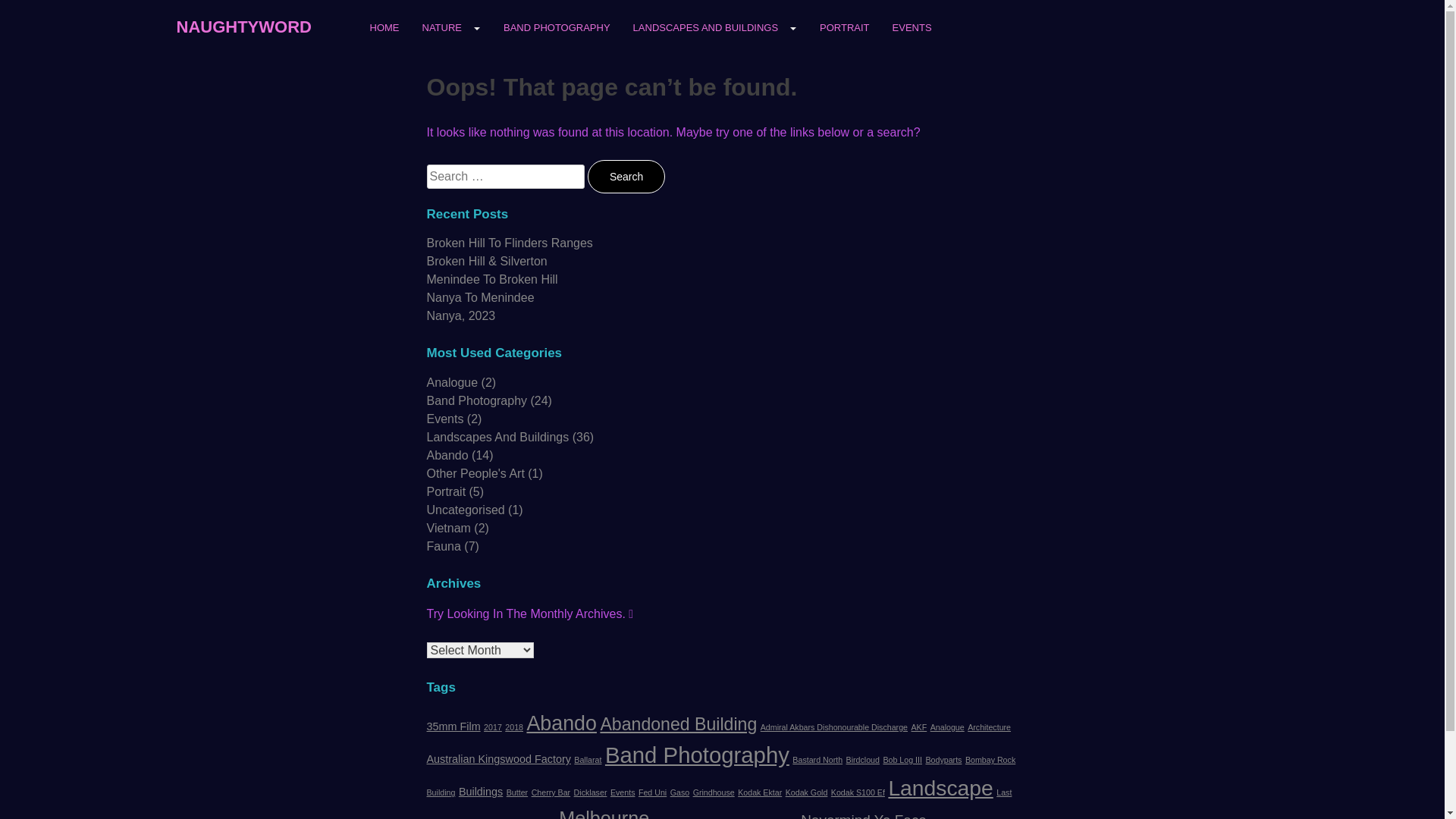  What do you see at coordinates (411, 27) in the screenshot?
I see `'NATURE'` at bounding box center [411, 27].